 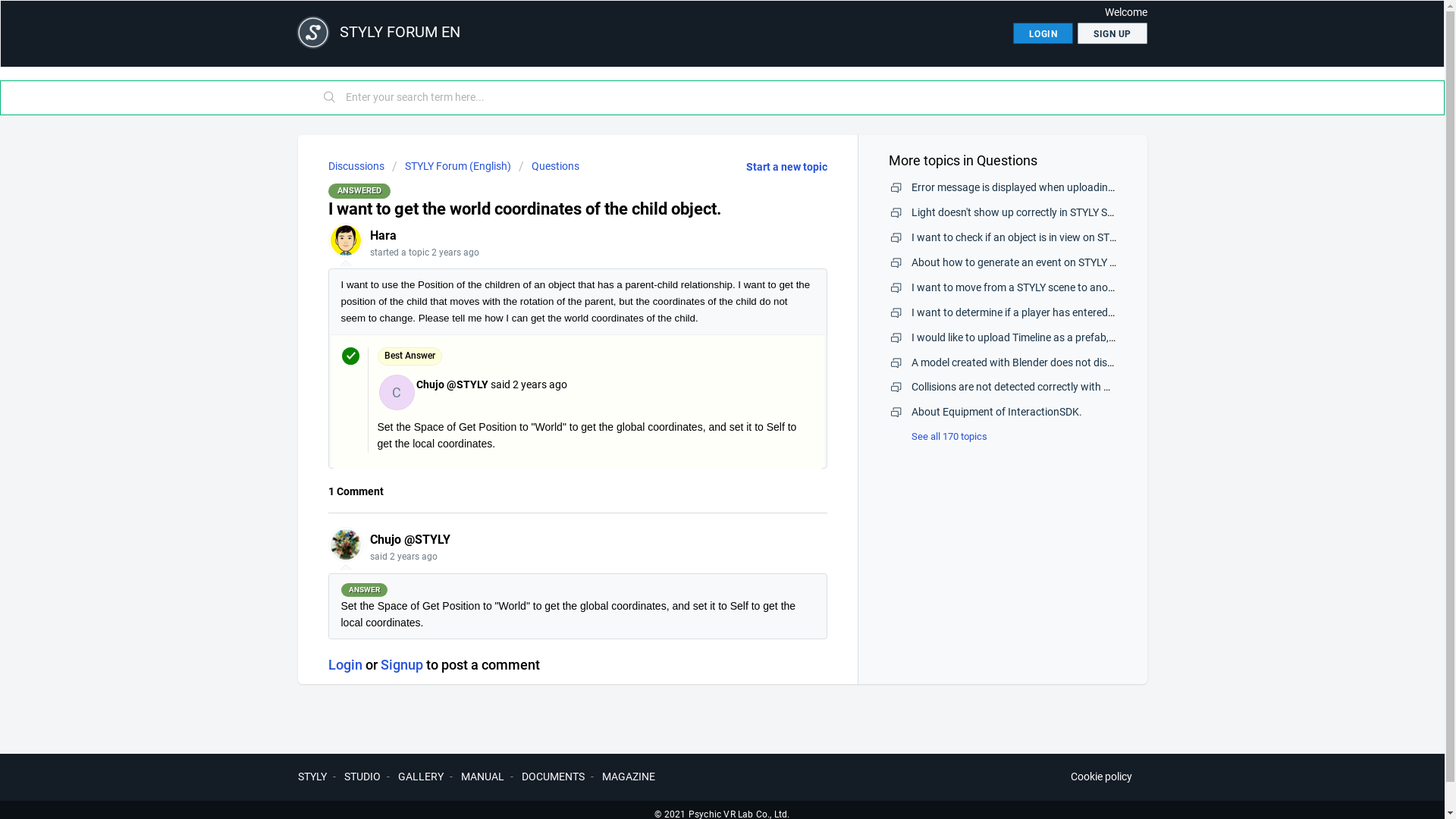 What do you see at coordinates (344, 664) in the screenshot?
I see `'Login'` at bounding box center [344, 664].